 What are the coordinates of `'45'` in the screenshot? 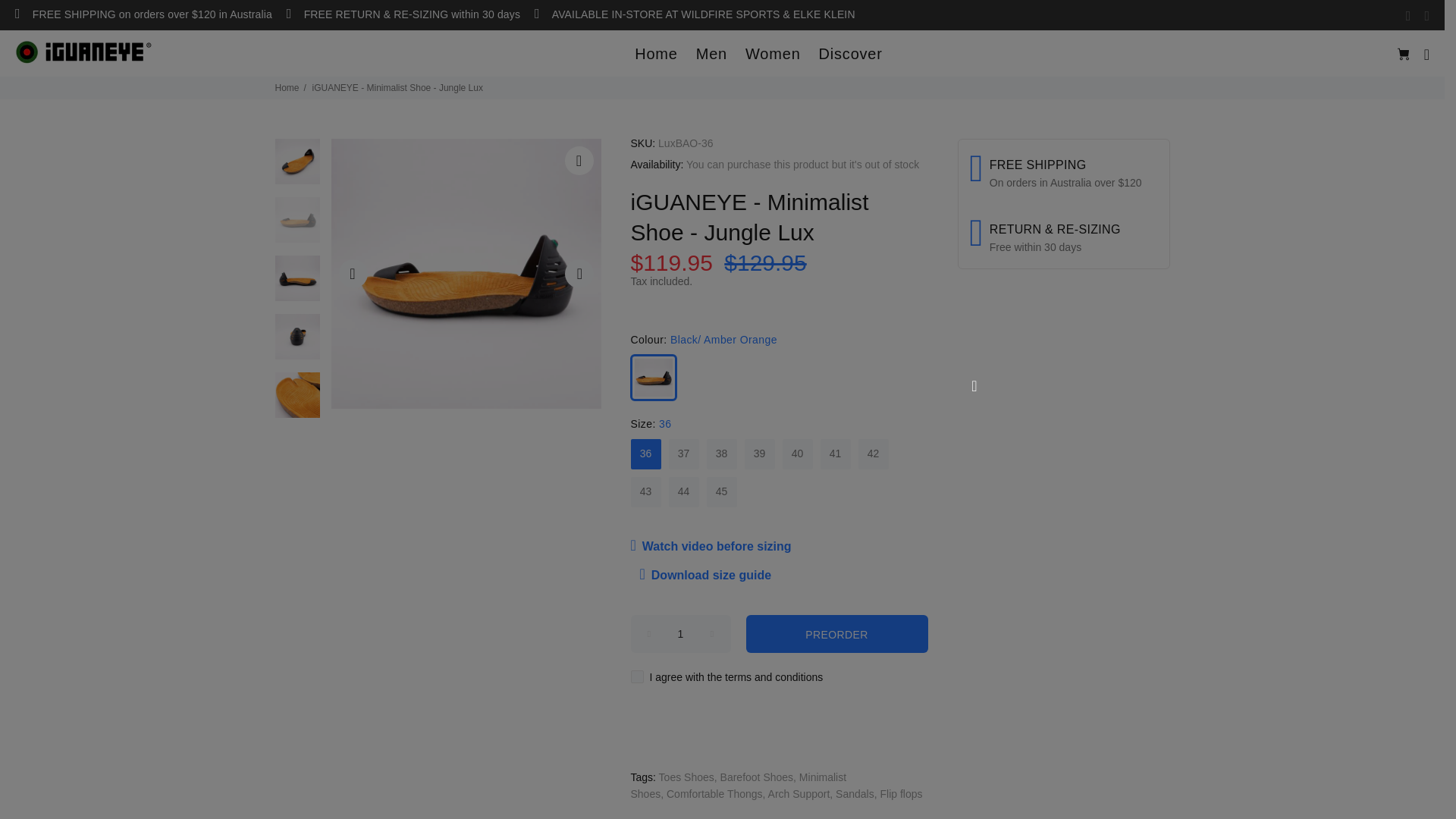 It's located at (720, 491).